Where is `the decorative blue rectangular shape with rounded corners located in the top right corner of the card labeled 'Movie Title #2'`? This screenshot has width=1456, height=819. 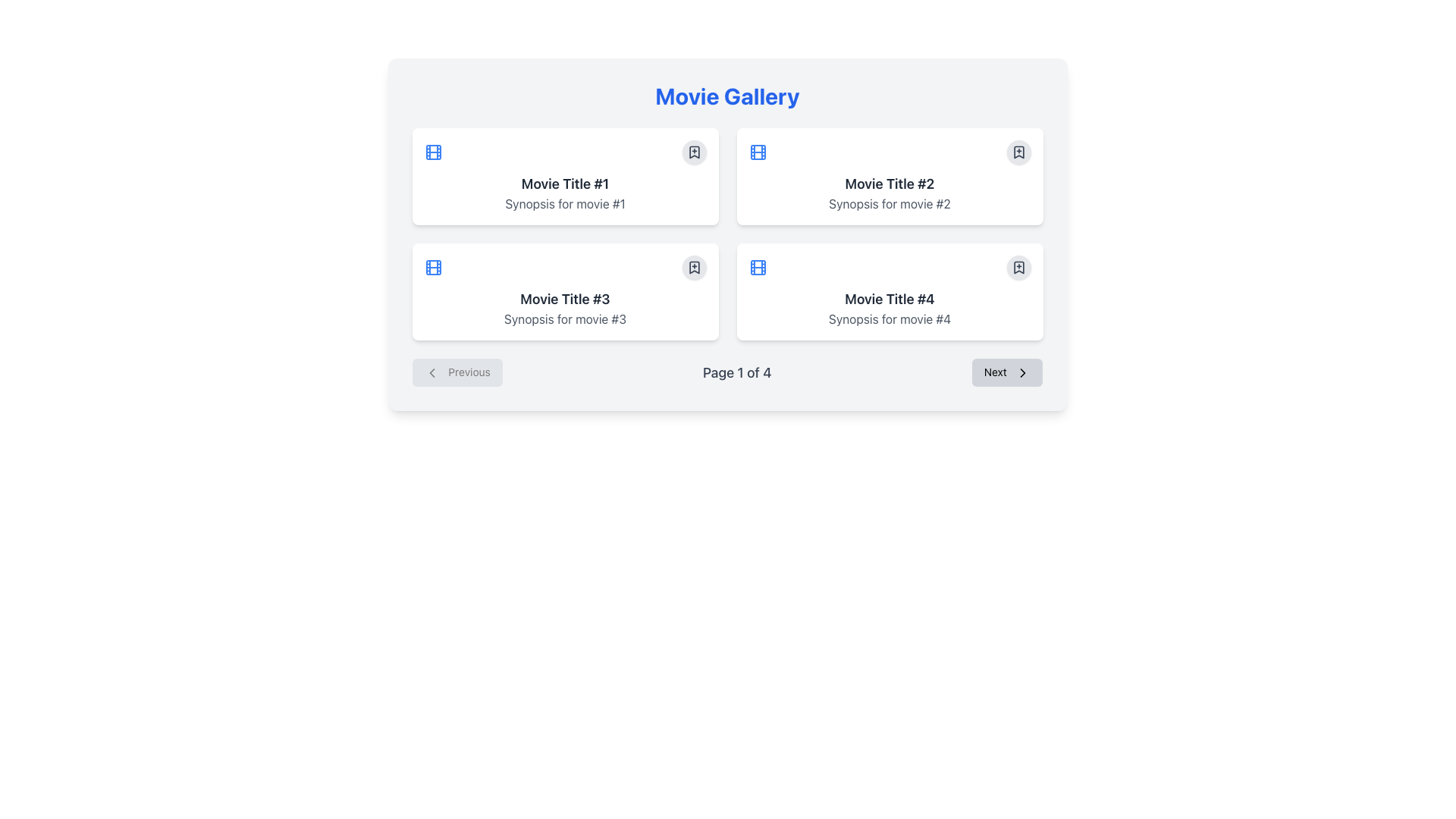 the decorative blue rectangular shape with rounded corners located in the top right corner of the card labeled 'Movie Title #2' is located at coordinates (758, 152).